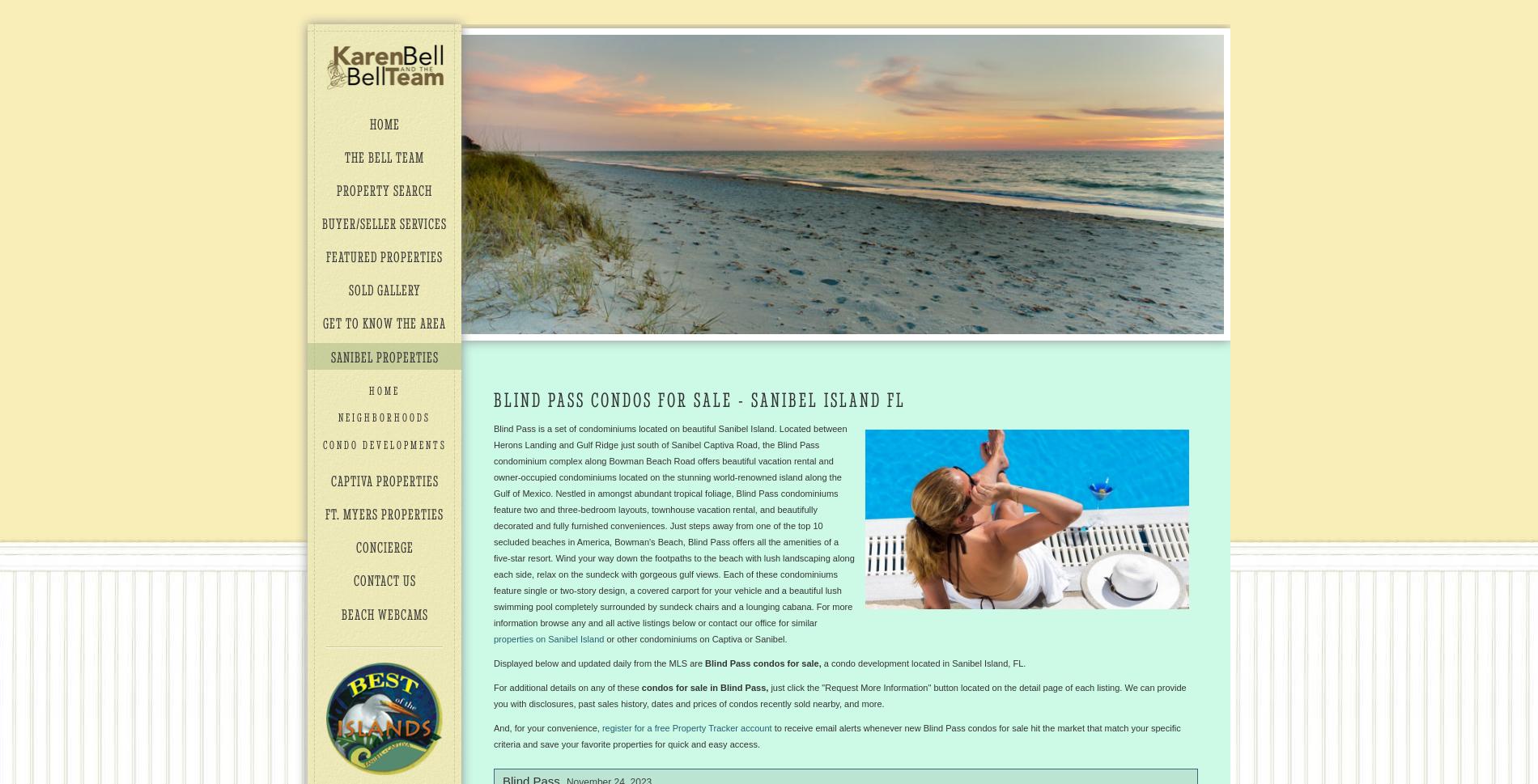 This screenshot has width=1538, height=784. I want to click on 'Featured Properties', so click(384, 256).